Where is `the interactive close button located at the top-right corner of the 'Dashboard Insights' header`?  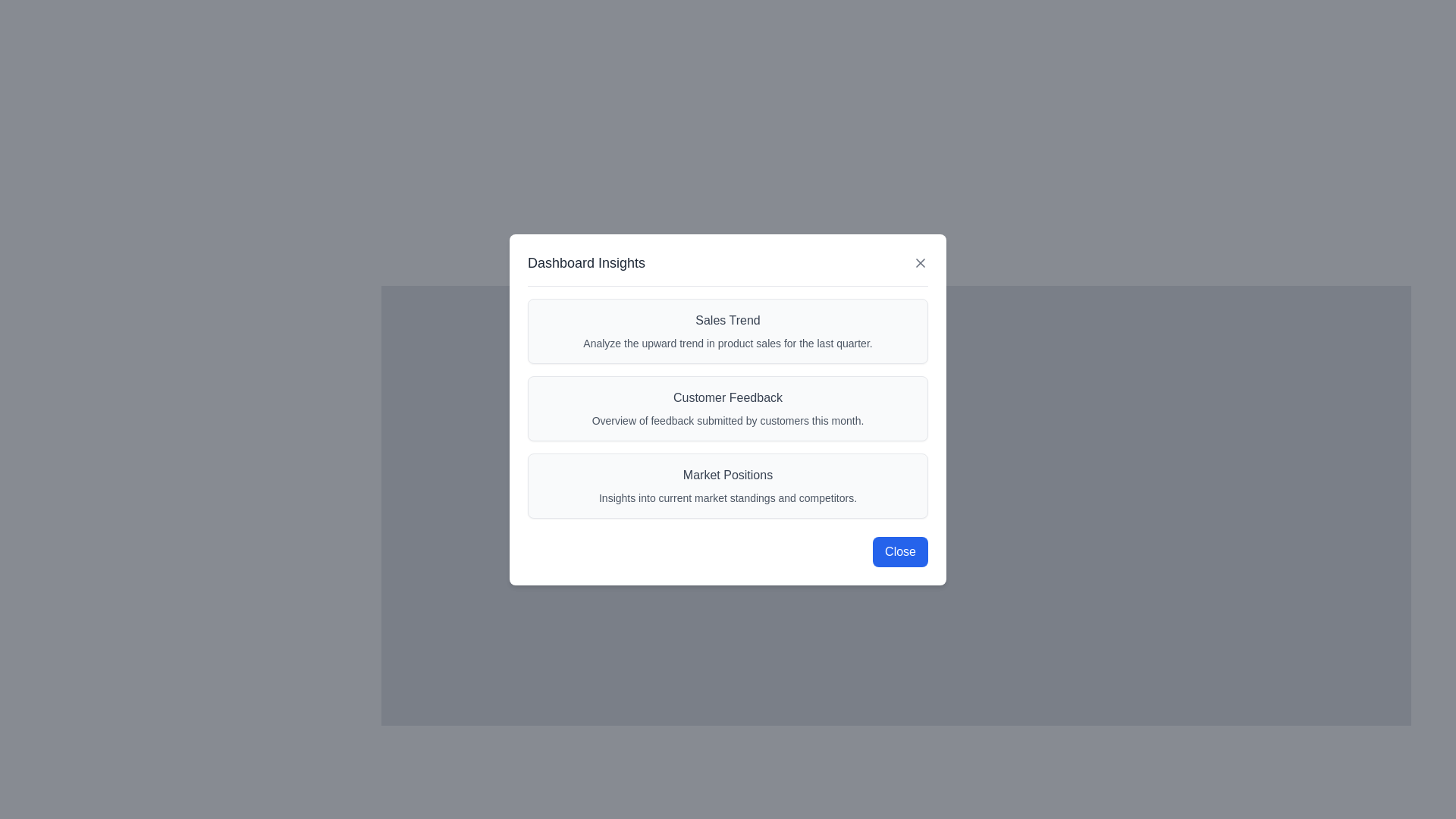
the interactive close button located at the top-right corner of the 'Dashboard Insights' header is located at coordinates (920, 262).